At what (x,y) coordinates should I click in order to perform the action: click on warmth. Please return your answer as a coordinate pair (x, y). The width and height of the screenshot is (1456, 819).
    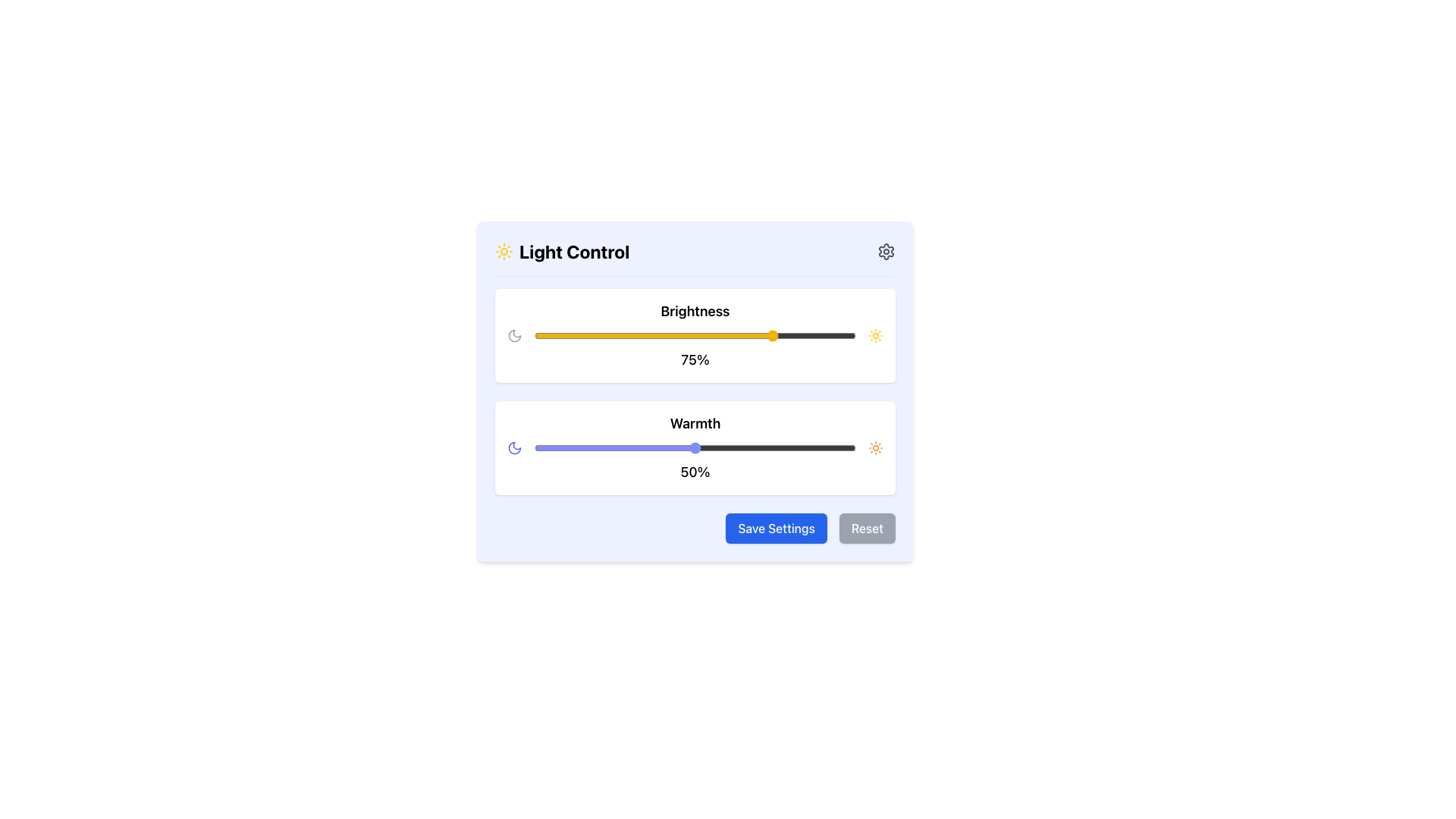
    Looking at the image, I should click on (556, 447).